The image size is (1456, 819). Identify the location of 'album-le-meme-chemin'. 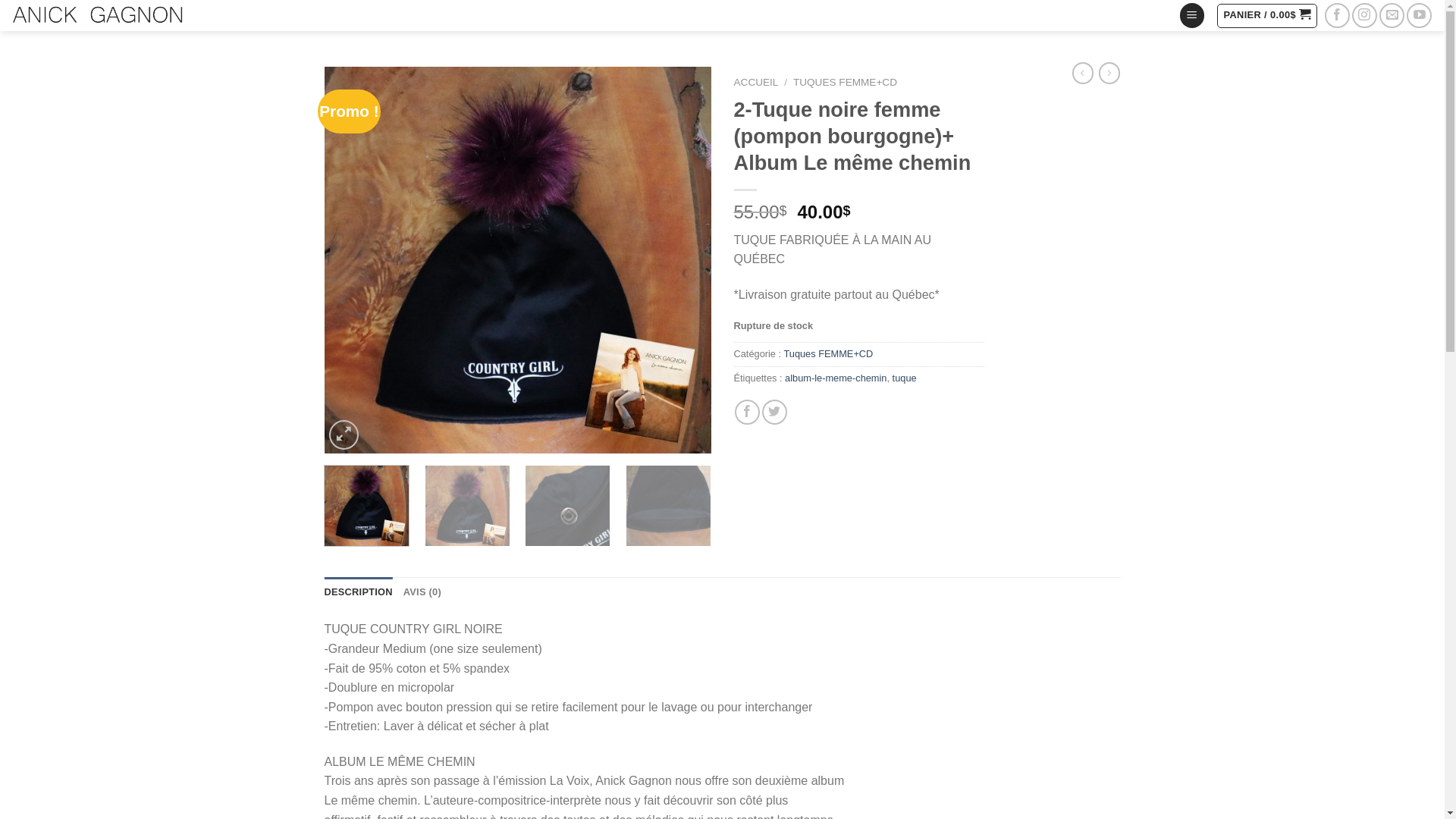
(835, 377).